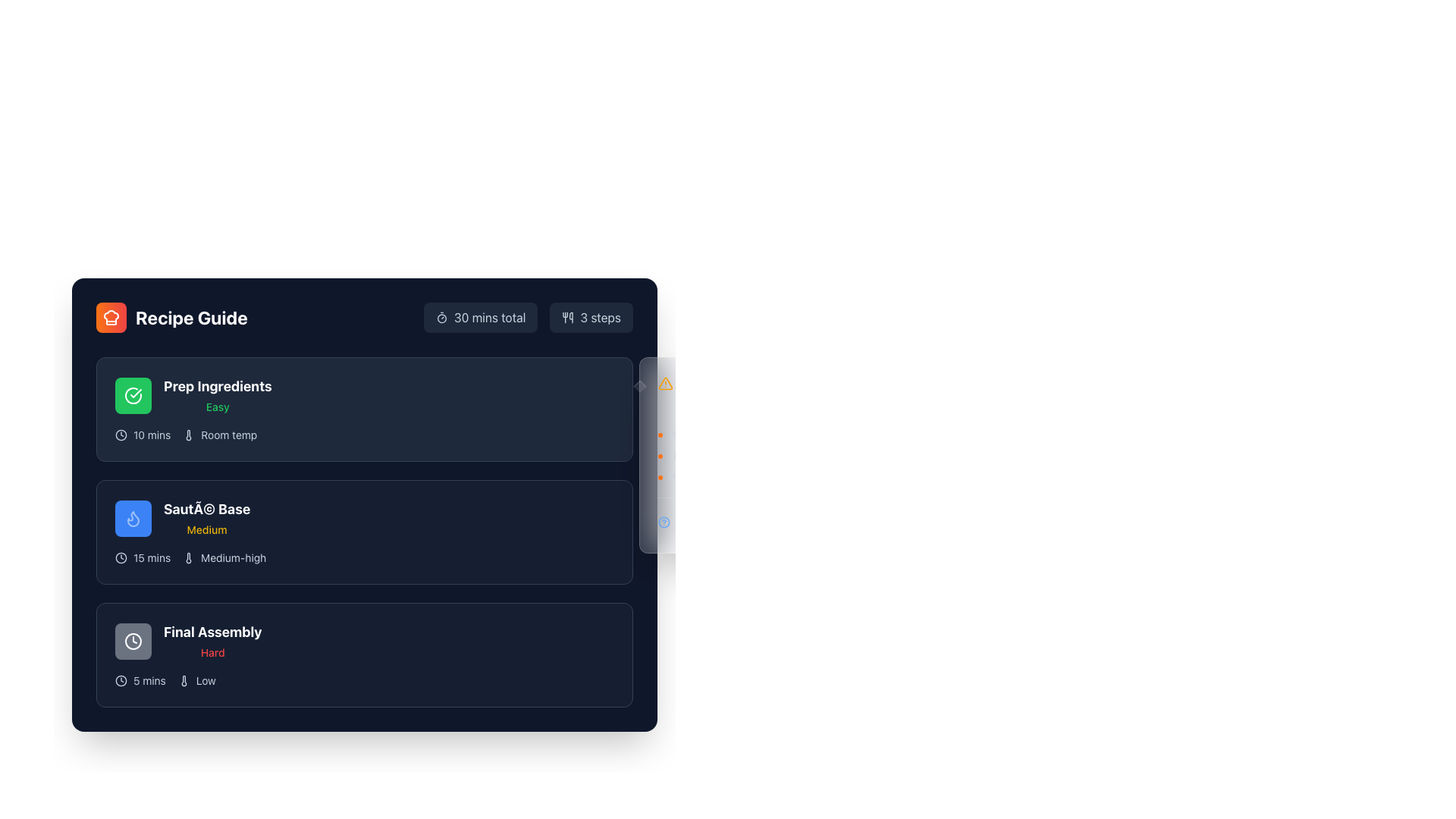  I want to click on the time indicator icon located to the far left of the '15 mins' text in the 'Sauté Base' section, so click(120, 558).